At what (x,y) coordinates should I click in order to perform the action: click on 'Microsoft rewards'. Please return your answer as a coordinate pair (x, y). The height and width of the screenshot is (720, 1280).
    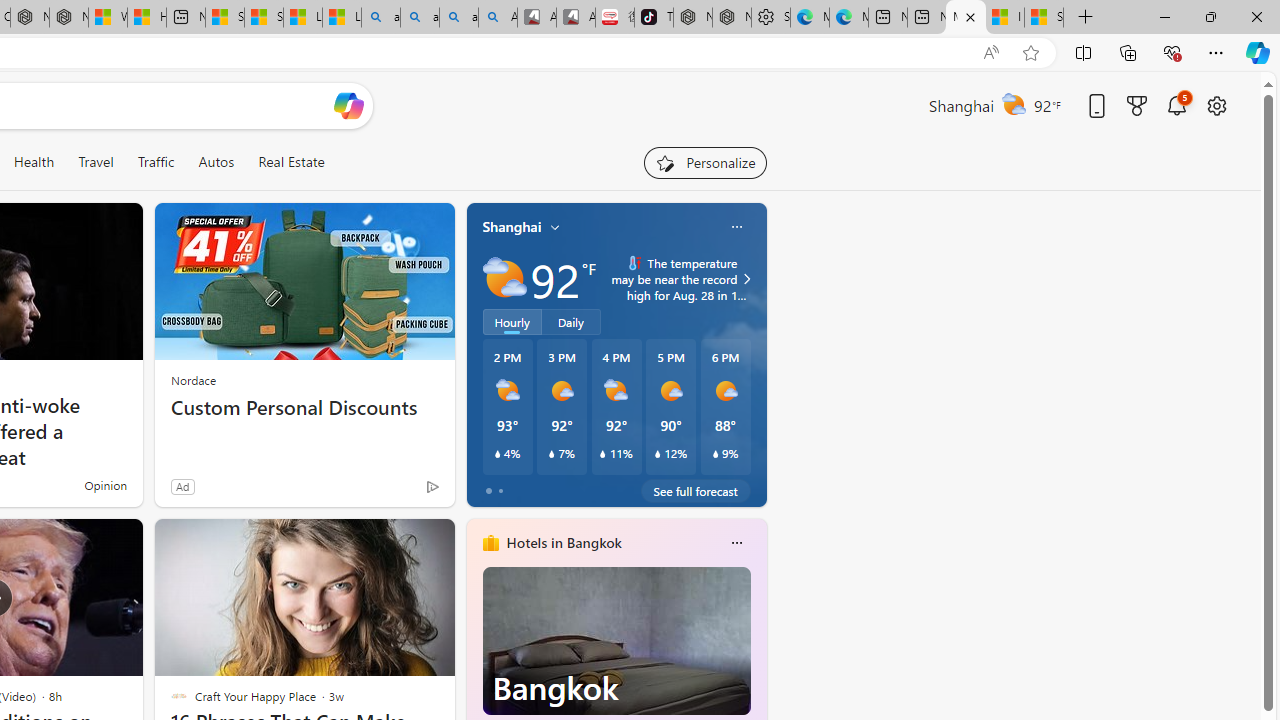
    Looking at the image, I should click on (1137, 105).